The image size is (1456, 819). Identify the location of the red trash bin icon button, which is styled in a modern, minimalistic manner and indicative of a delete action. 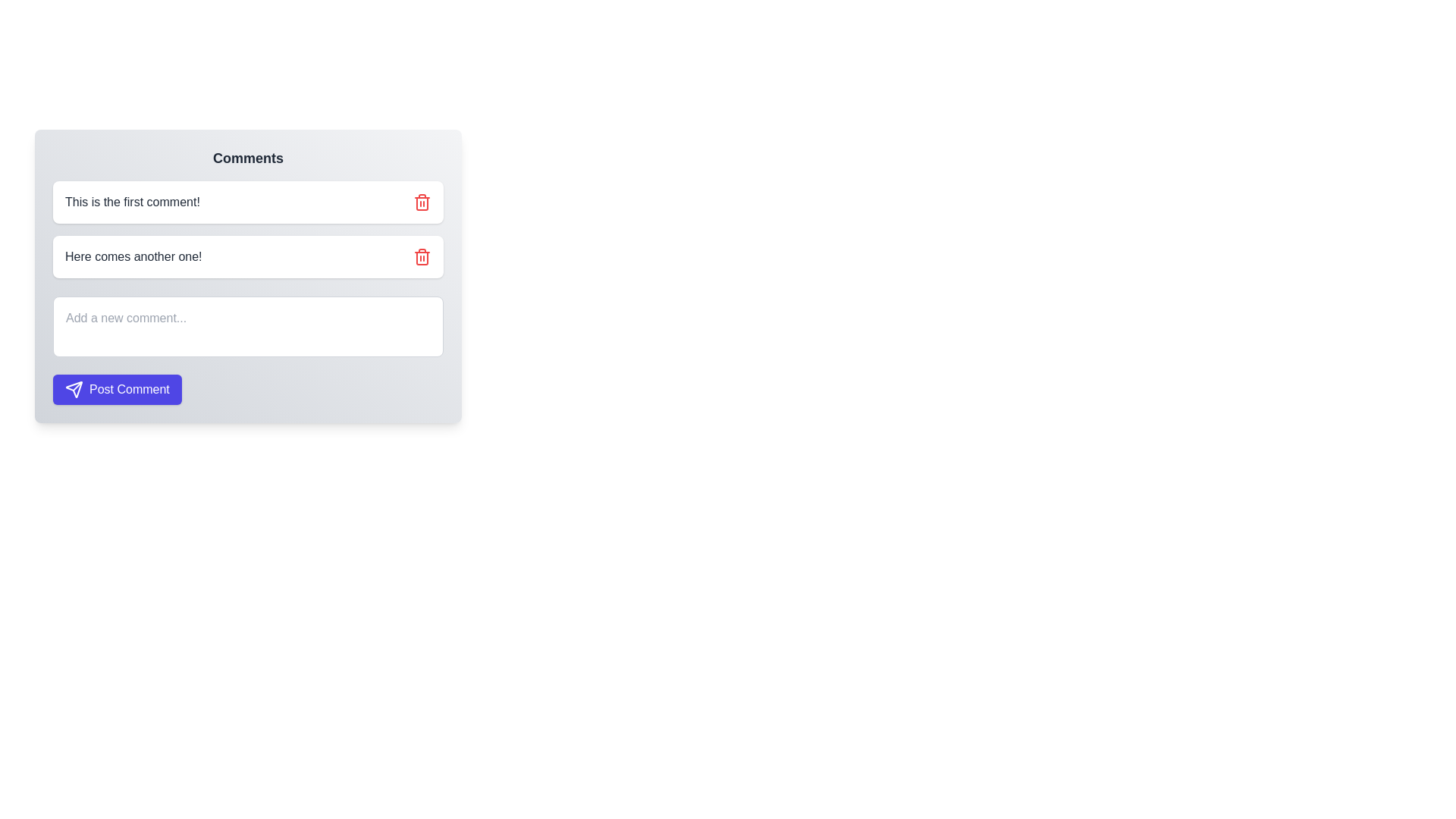
(422, 256).